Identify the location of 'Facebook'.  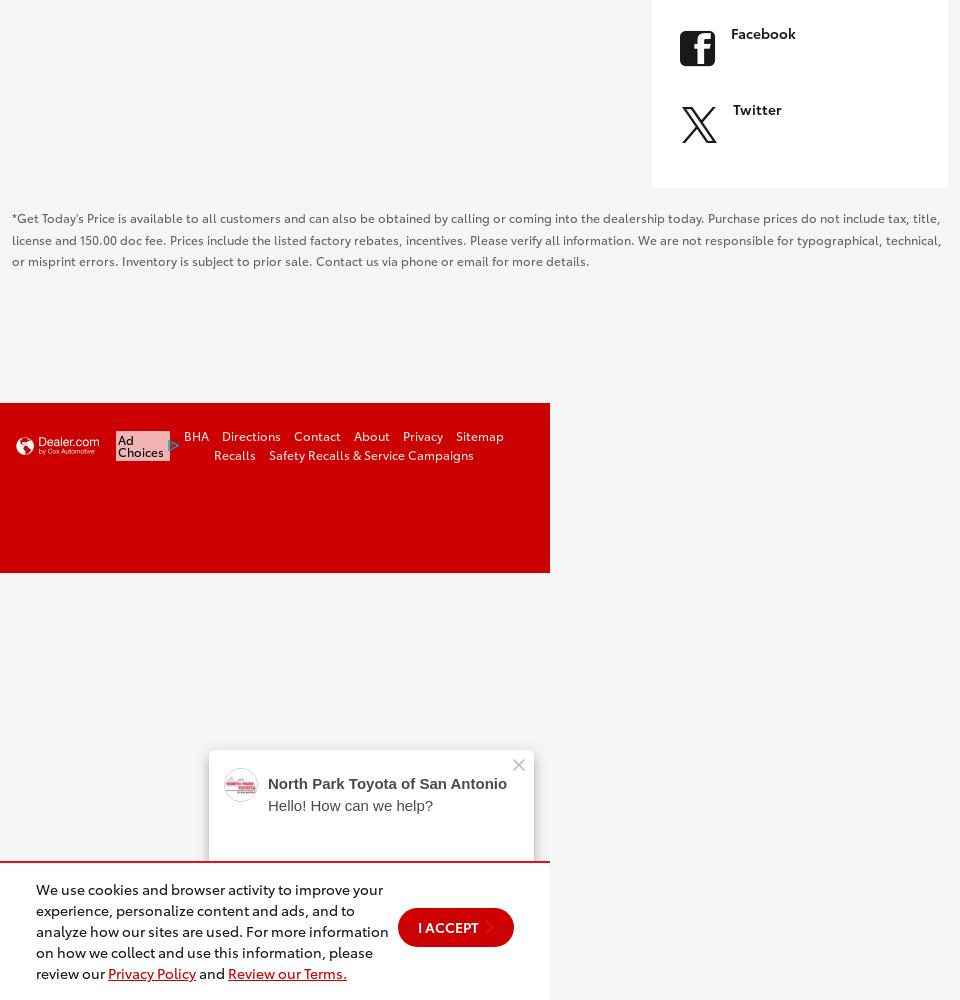
(762, 32).